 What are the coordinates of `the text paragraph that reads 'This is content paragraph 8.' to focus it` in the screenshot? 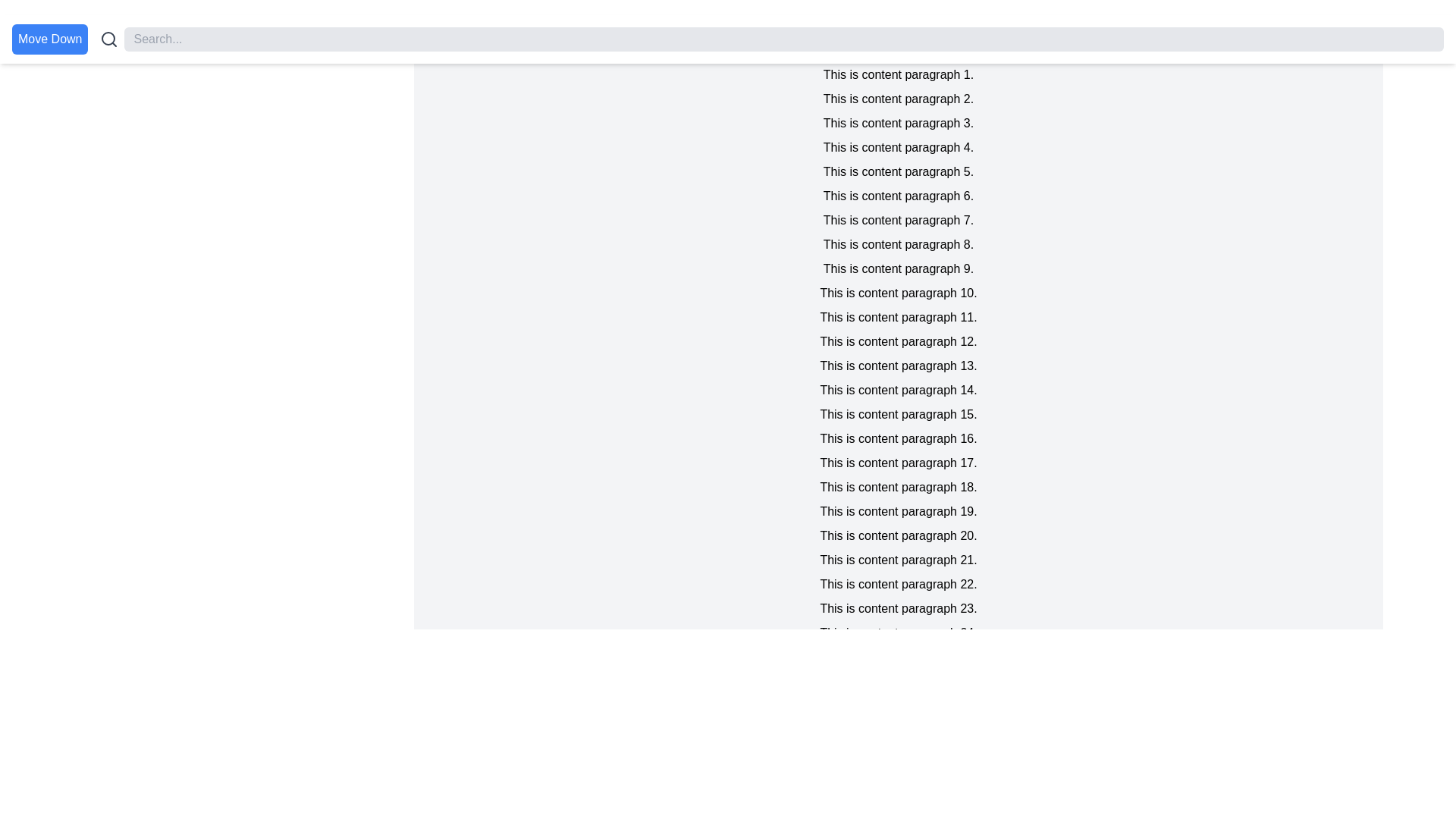 It's located at (899, 244).